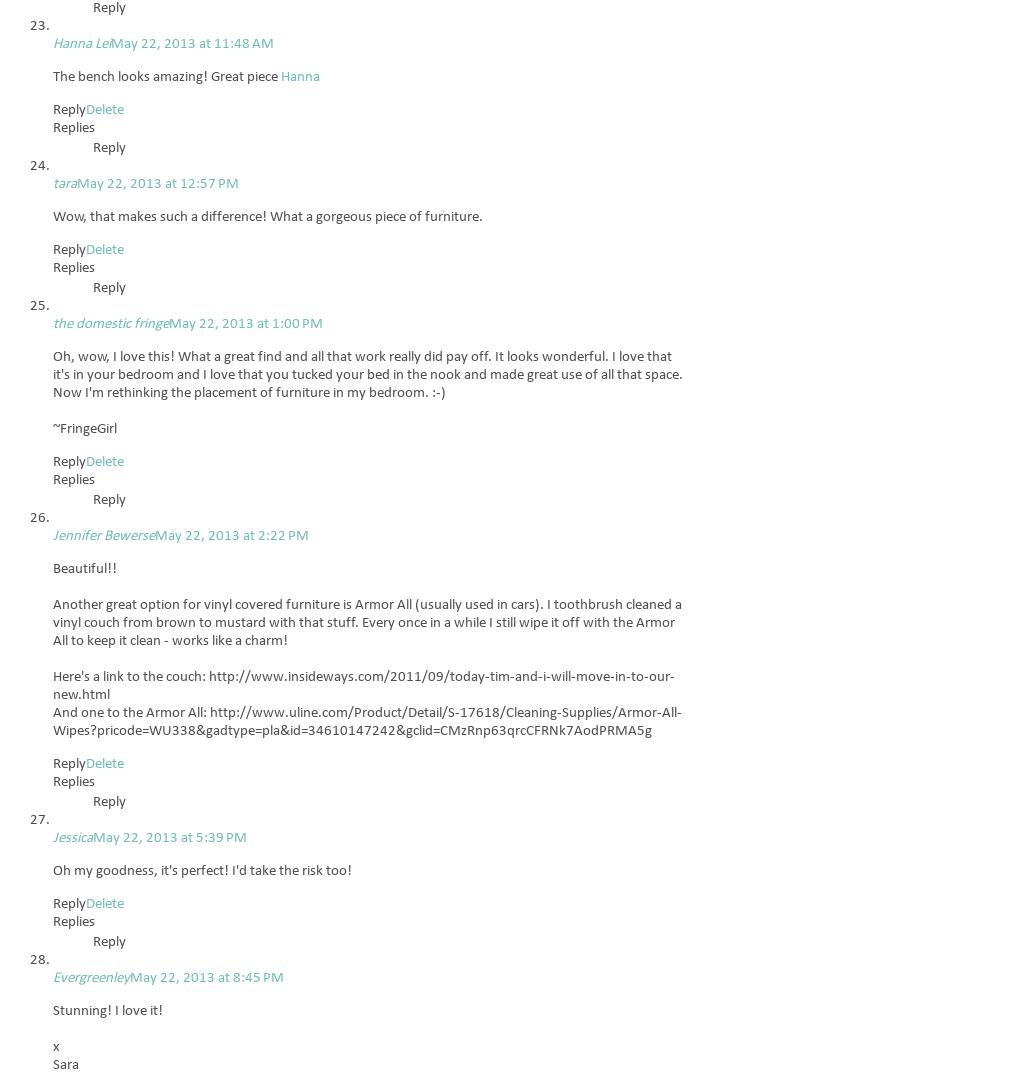 The height and width of the screenshot is (1079, 1013). Describe the element at coordinates (267, 216) in the screenshot. I see `'Wow, that makes such a difference! What a gorgeous piece of furniture.'` at that location.